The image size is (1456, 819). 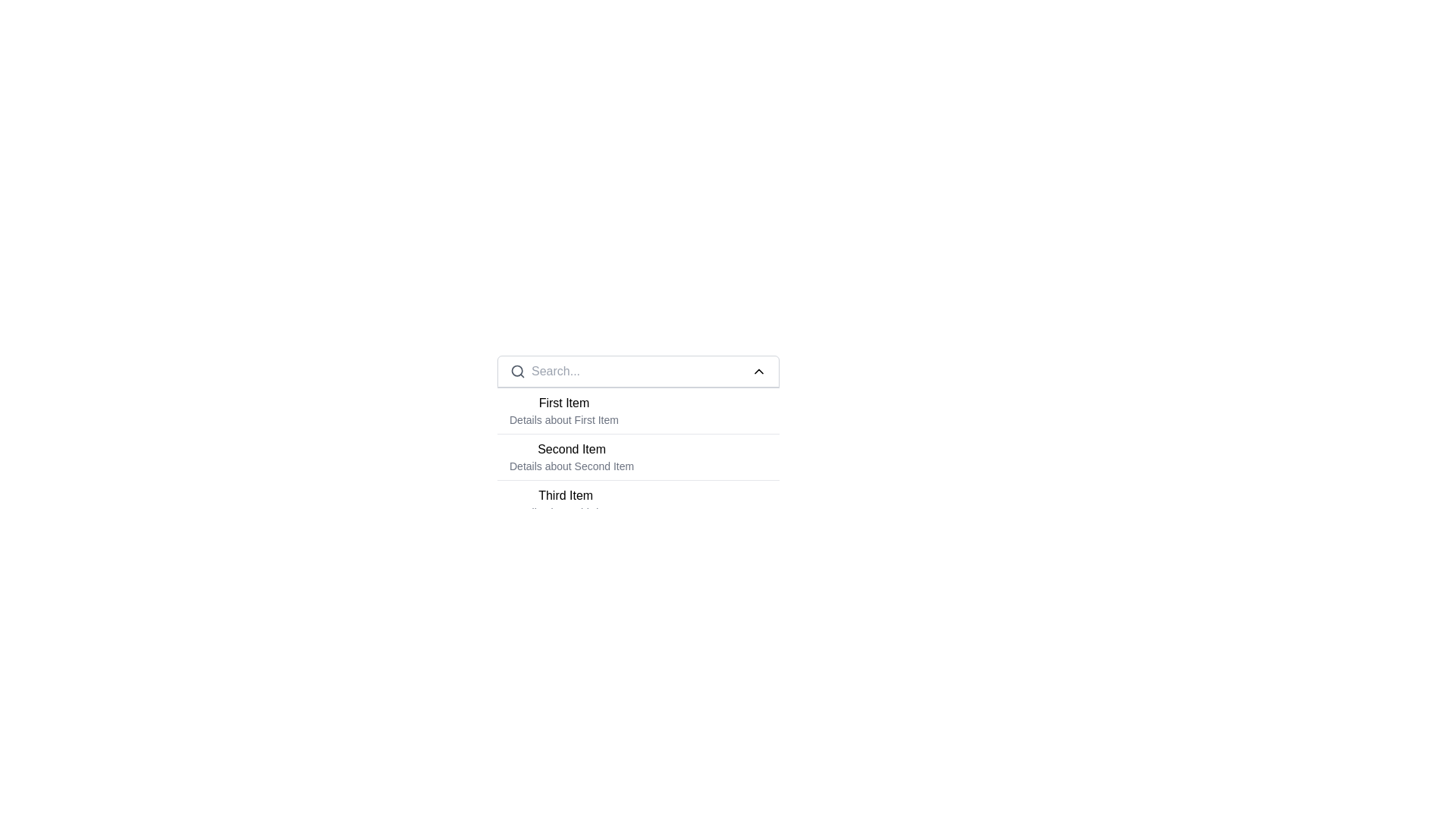 What do you see at coordinates (638, 503) in the screenshot?
I see `the third item in the list labeled 'Third Item'` at bounding box center [638, 503].